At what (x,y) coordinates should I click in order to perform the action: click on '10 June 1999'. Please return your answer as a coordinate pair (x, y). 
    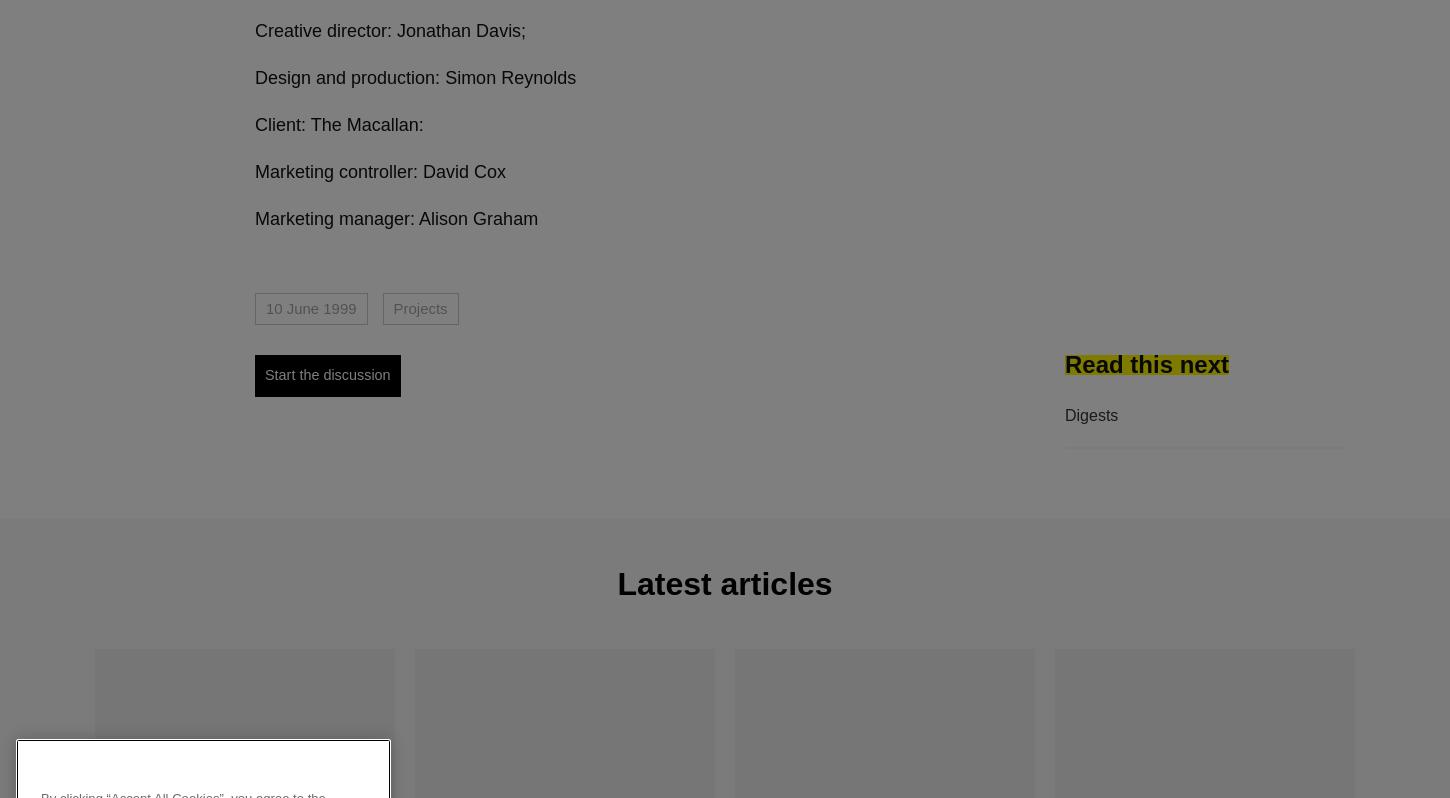
    Looking at the image, I should click on (311, 307).